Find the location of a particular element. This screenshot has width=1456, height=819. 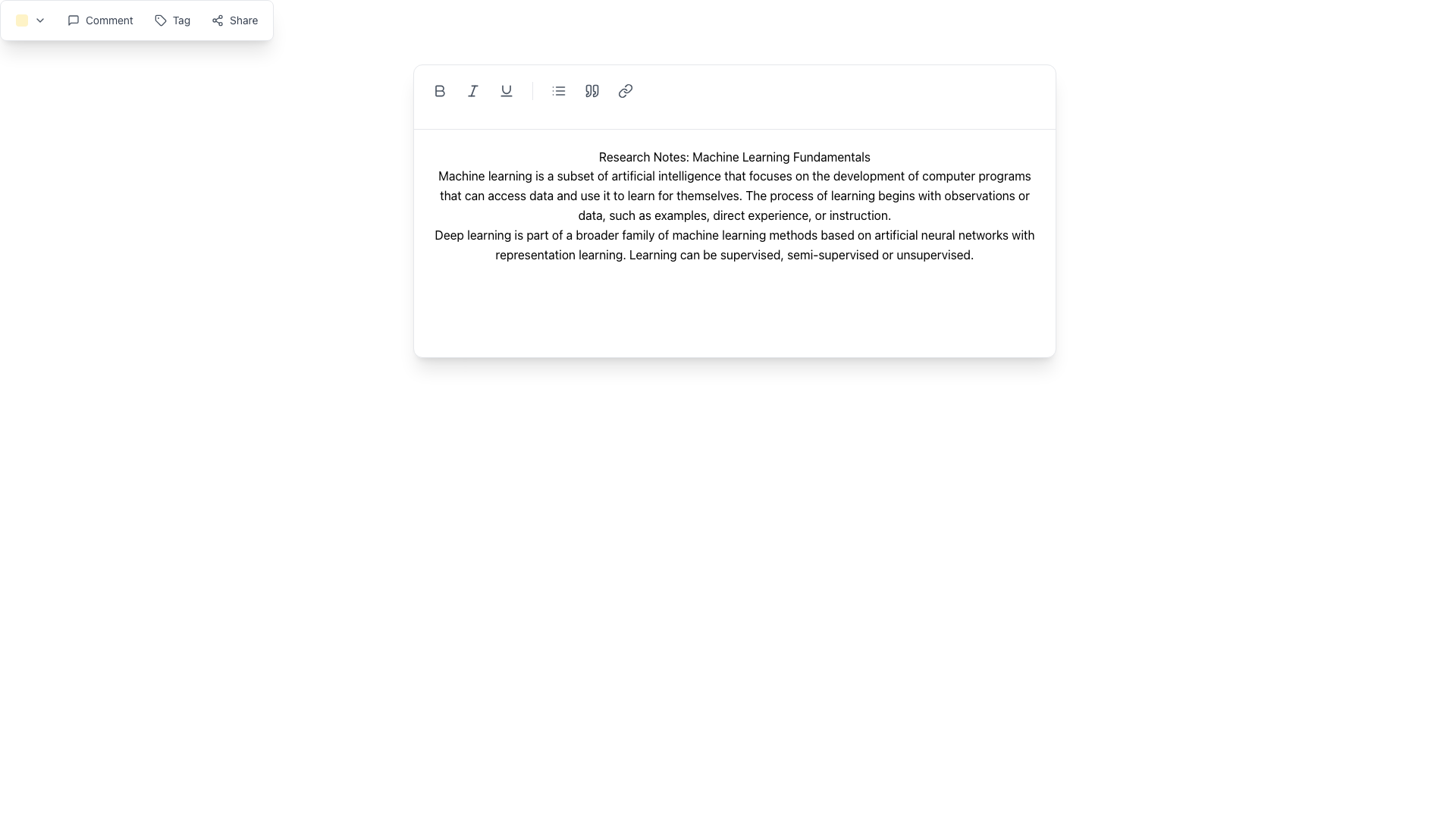

the quotation mark icon located in the upper-right portion of the toolbar above the document is located at coordinates (591, 90).